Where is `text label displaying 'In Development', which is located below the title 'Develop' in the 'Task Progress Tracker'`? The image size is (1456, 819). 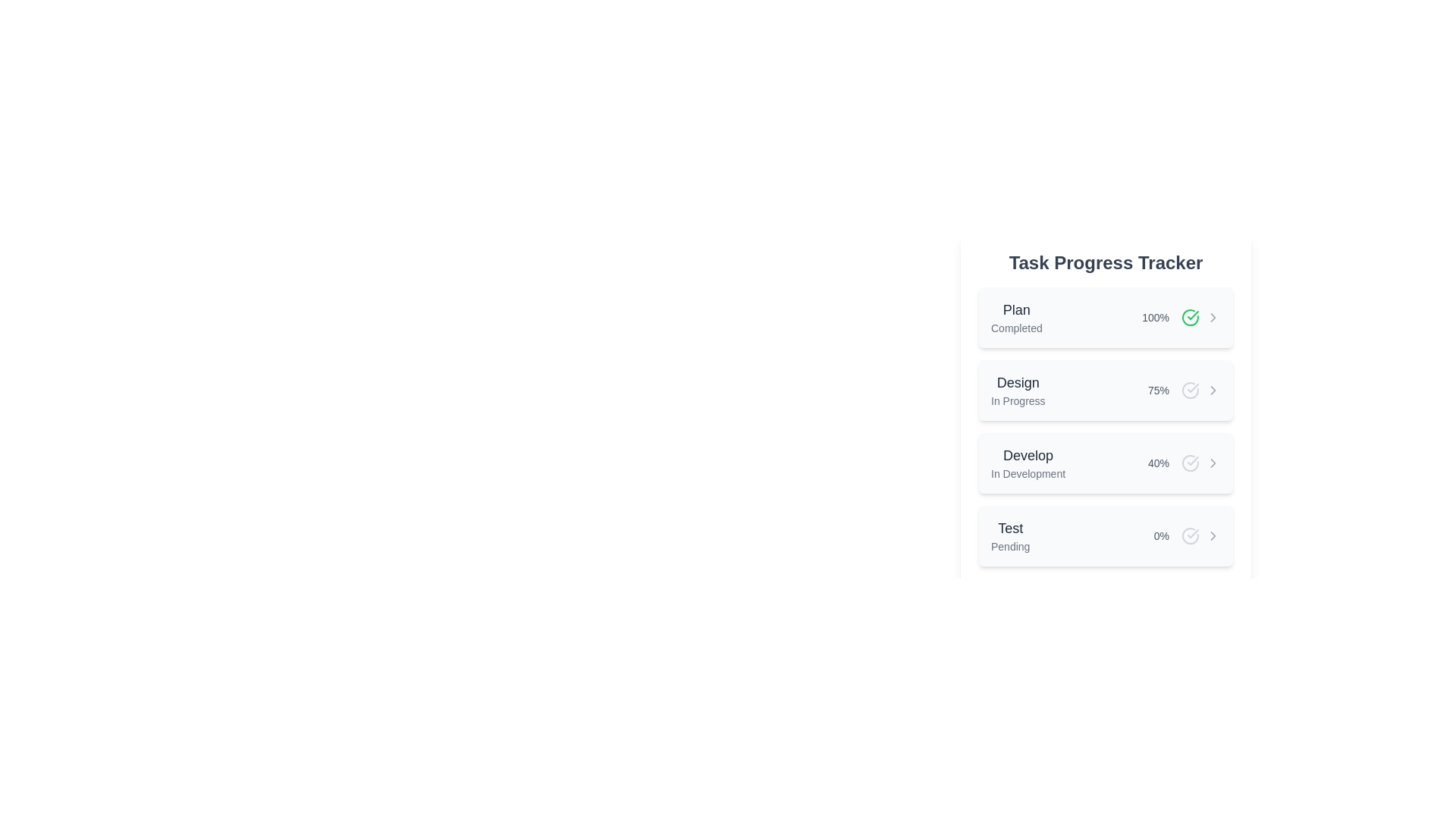 text label displaying 'In Development', which is located below the title 'Develop' in the 'Task Progress Tracker' is located at coordinates (1028, 472).